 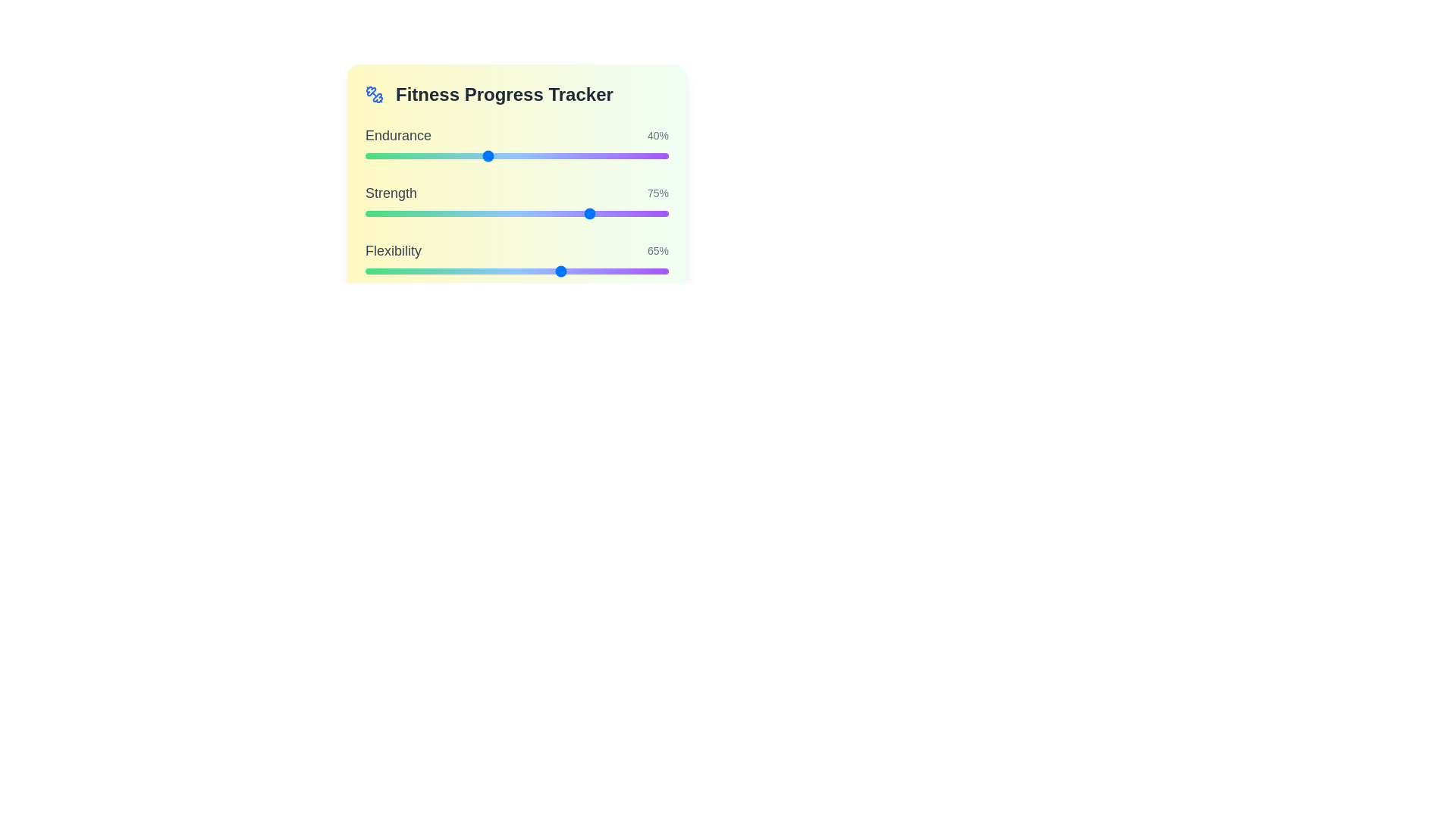 I want to click on flexibility value, so click(x=378, y=271).